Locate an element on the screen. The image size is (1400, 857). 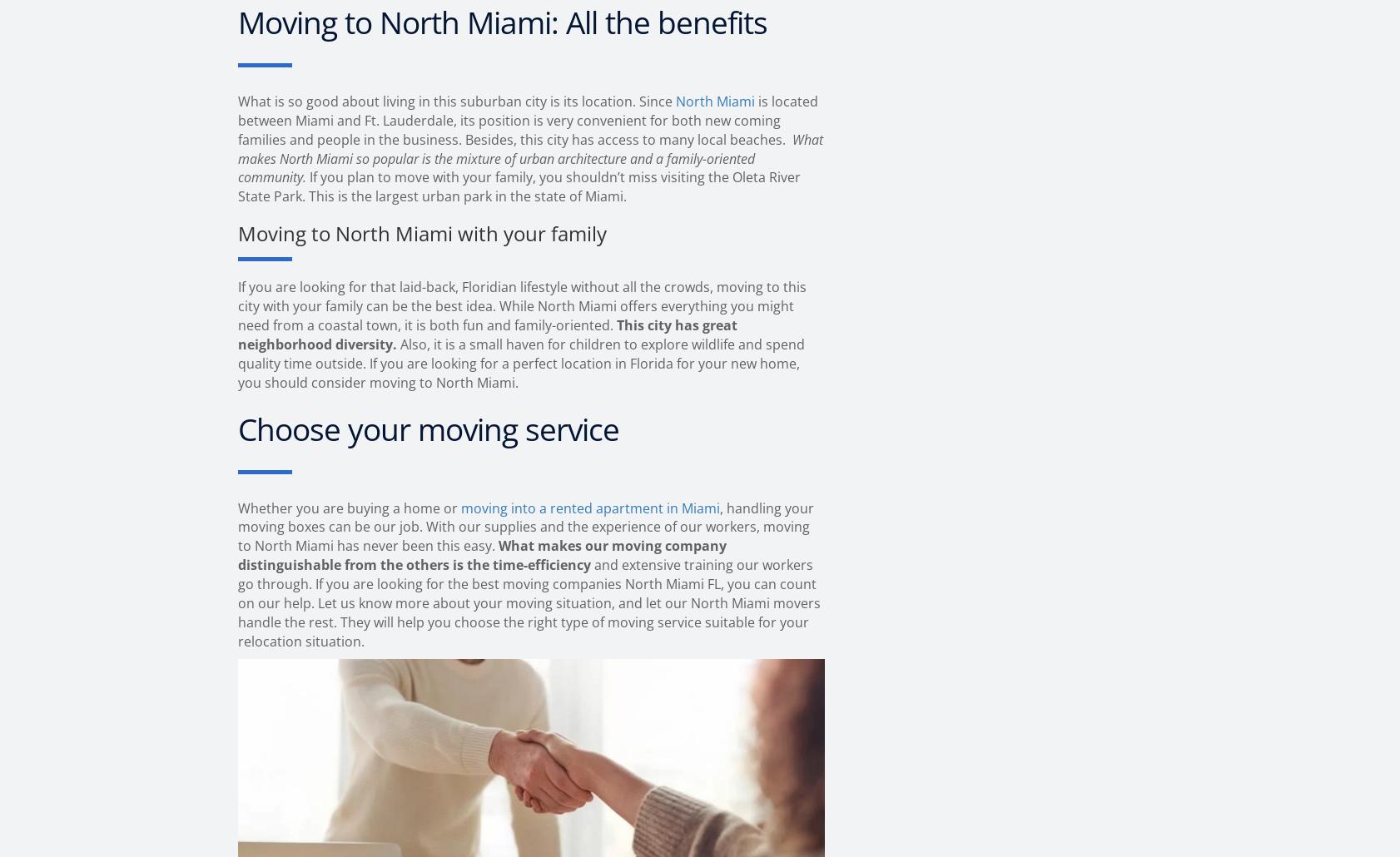
'North Miami' is located at coordinates (716, 100).